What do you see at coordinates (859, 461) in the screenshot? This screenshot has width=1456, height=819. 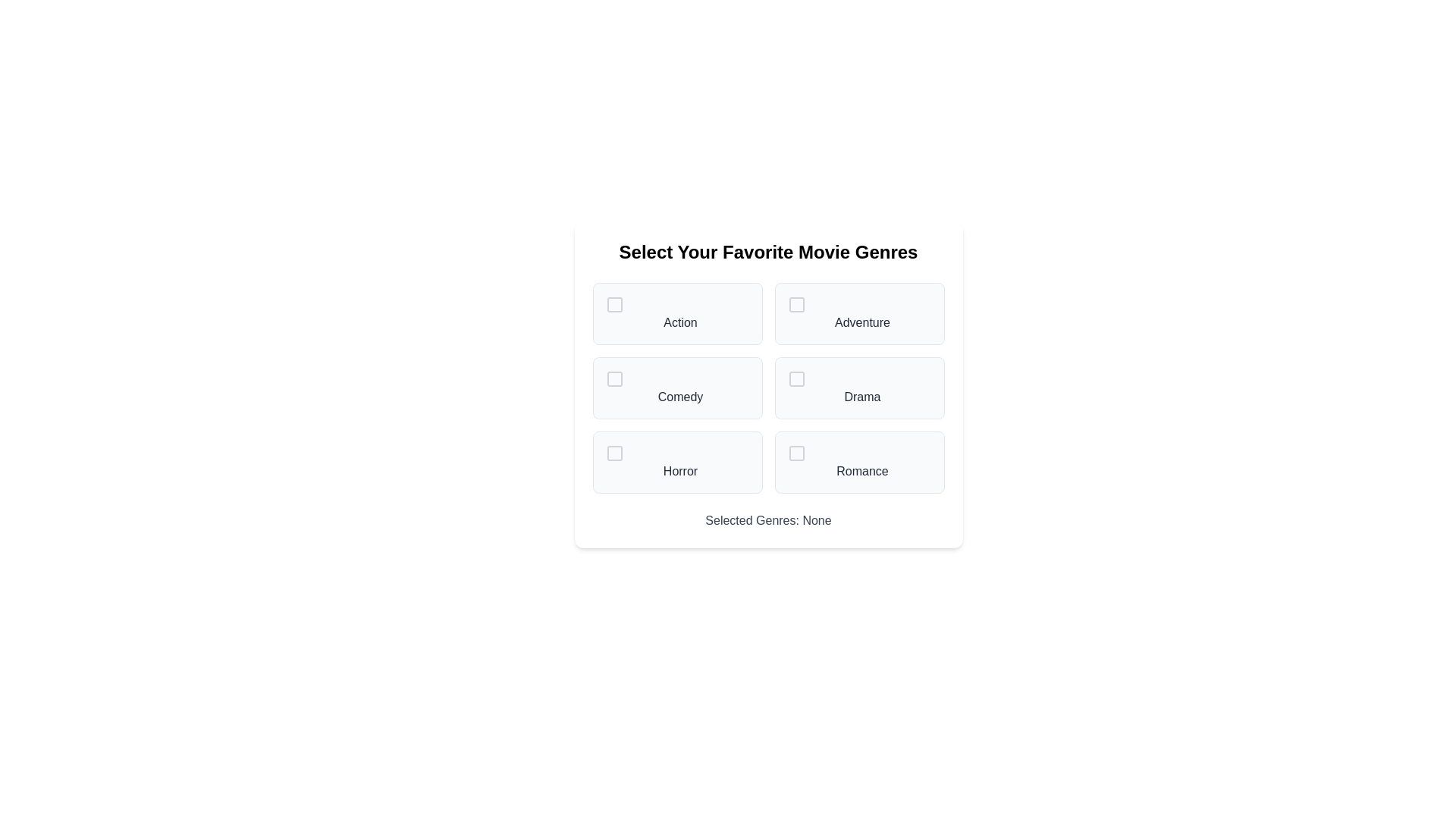 I see `the genre Romance to select or deselect it` at bounding box center [859, 461].